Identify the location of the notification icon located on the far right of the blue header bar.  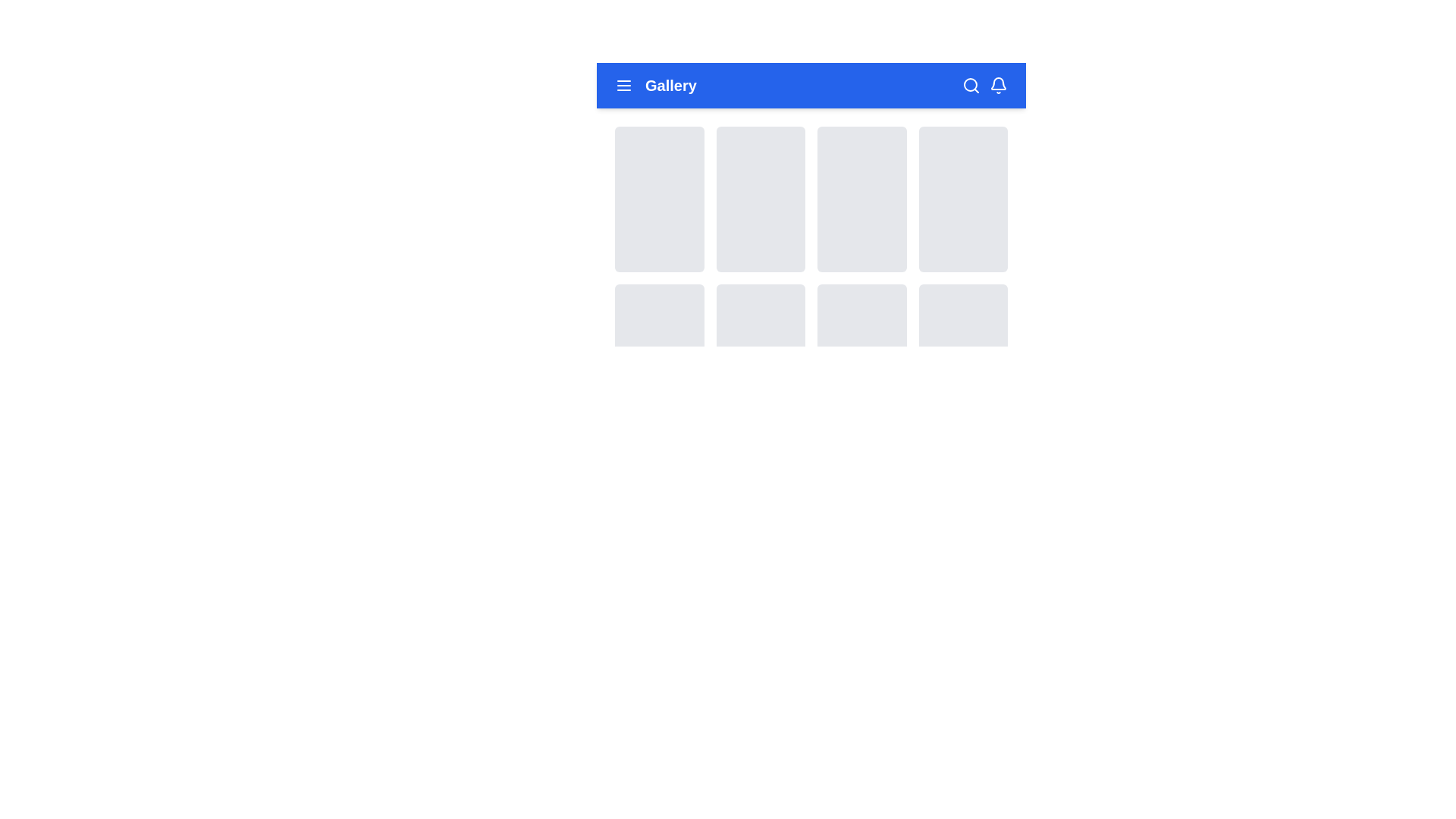
(998, 85).